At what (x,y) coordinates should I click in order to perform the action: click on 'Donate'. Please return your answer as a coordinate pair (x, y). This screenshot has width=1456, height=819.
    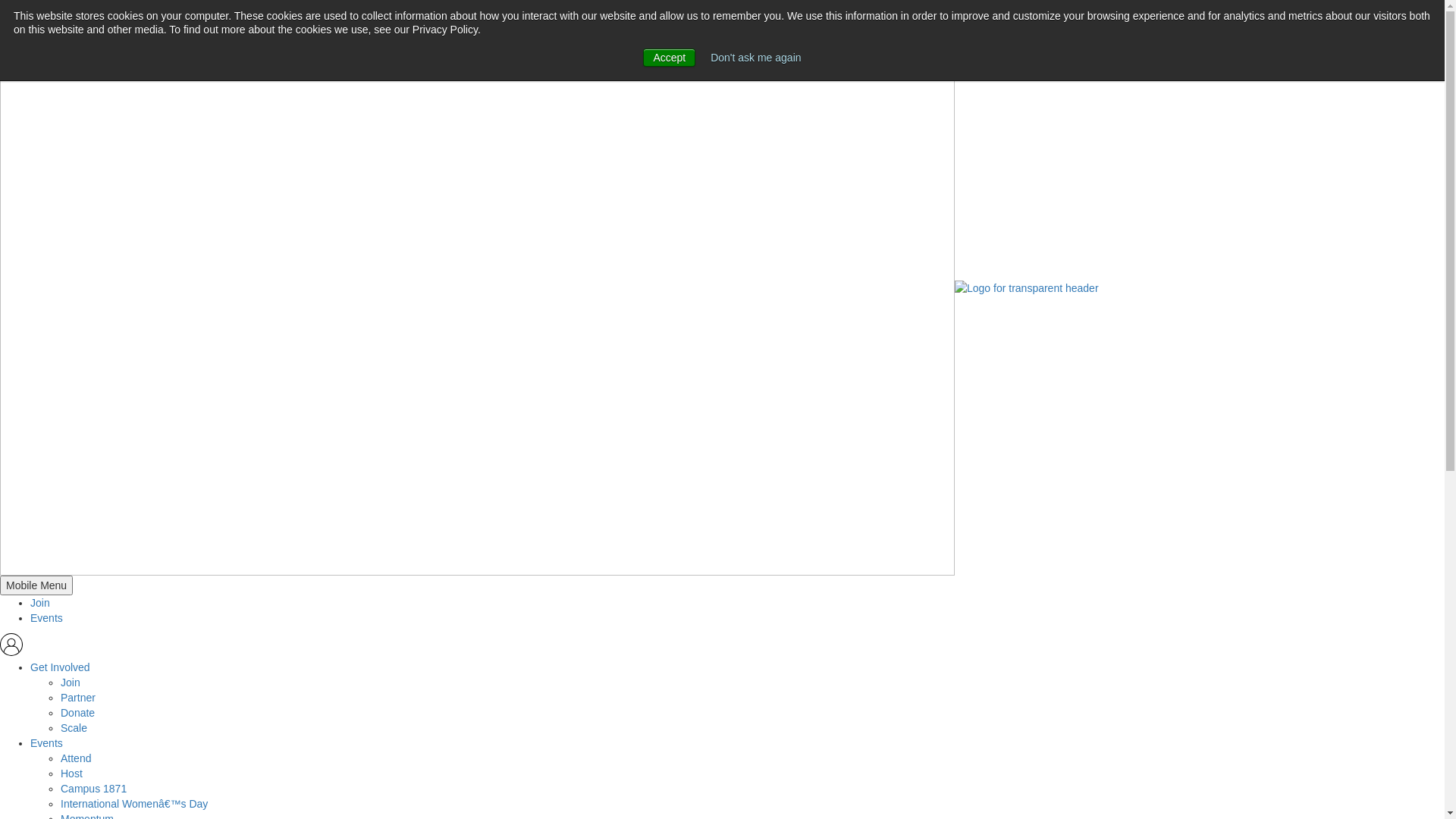
    Looking at the image, I should click on (77, 713).